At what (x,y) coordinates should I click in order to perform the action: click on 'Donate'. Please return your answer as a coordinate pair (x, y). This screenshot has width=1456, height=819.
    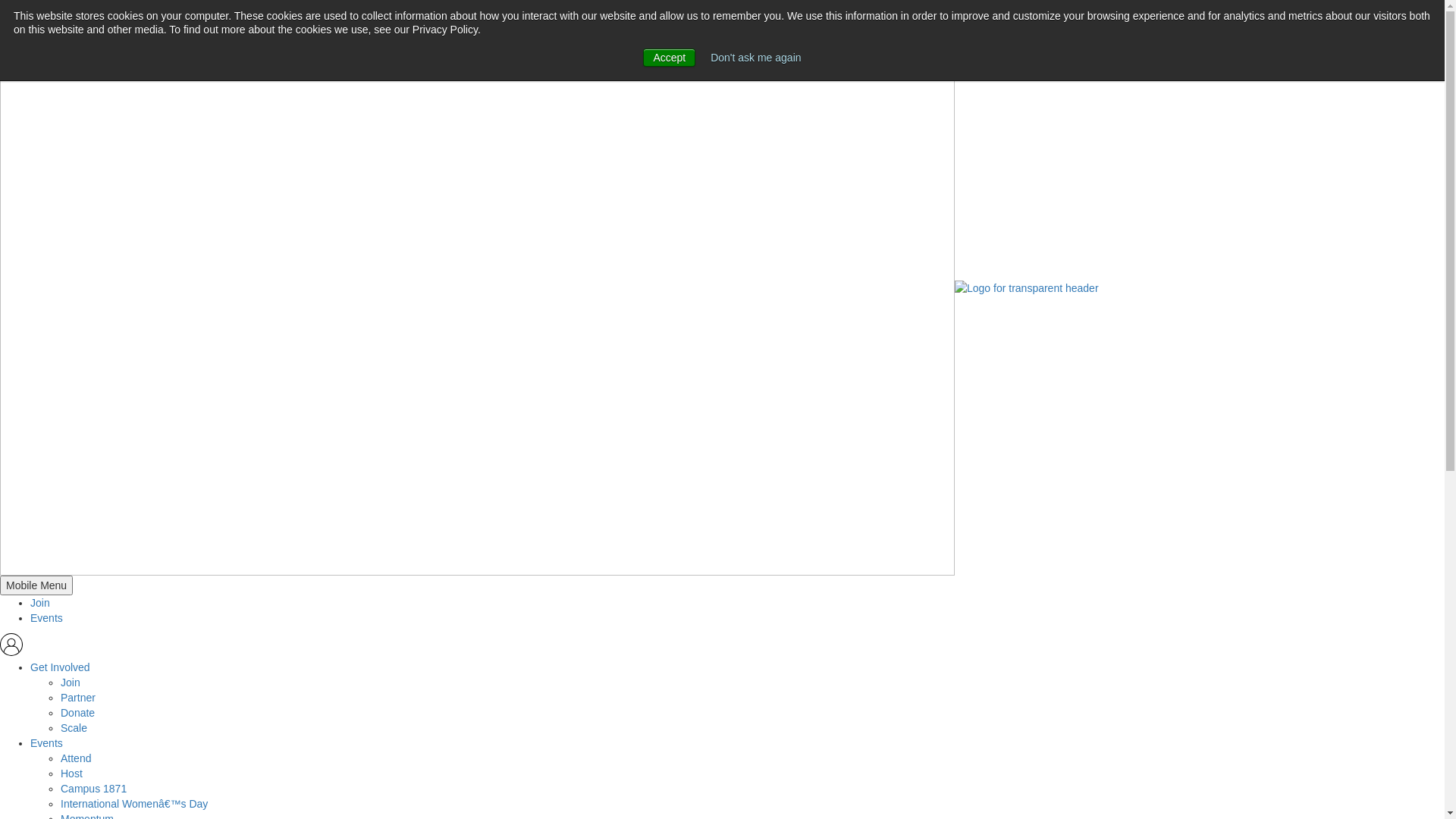
    Looking at the image, I should click on (77, 713).